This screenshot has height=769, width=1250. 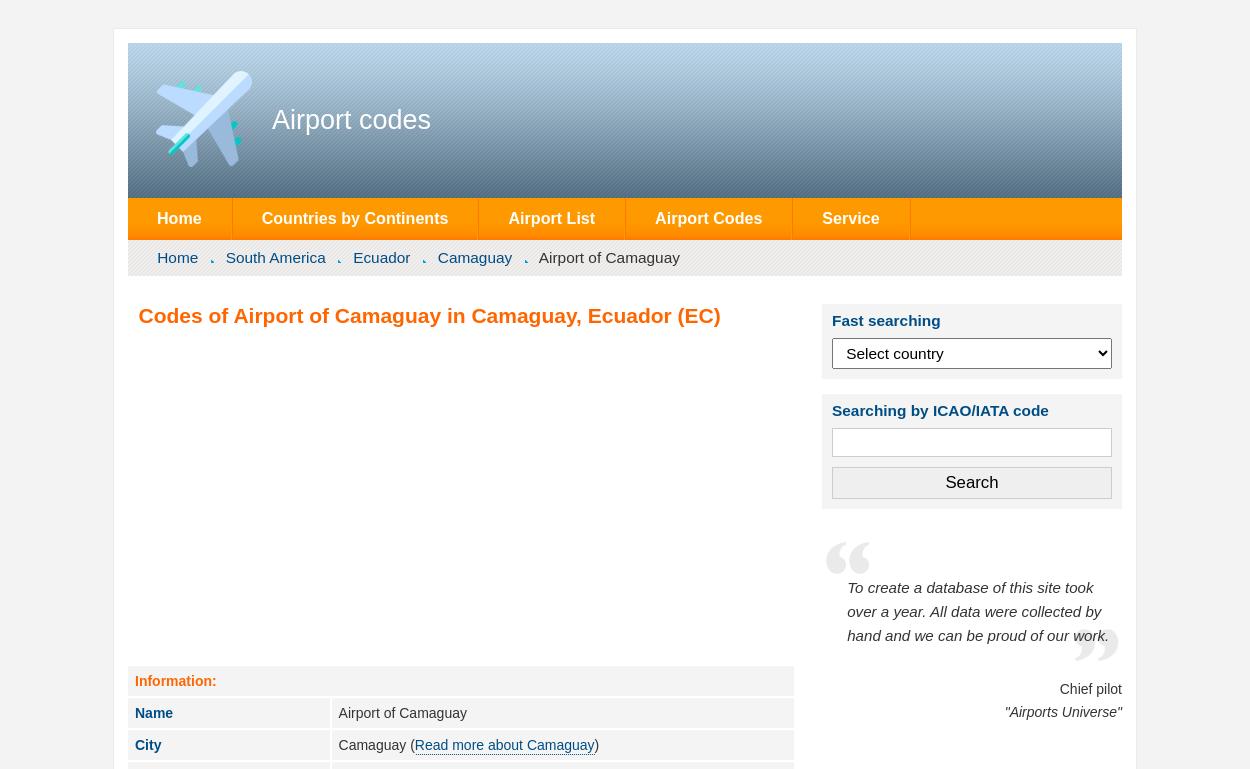 What do you see at coordinates (429, 314) in the screenshot?
I see `'Codes of Airport of Camaguay in Camaguay, Ecuador (EC)'` at bounding box center [429, 314].